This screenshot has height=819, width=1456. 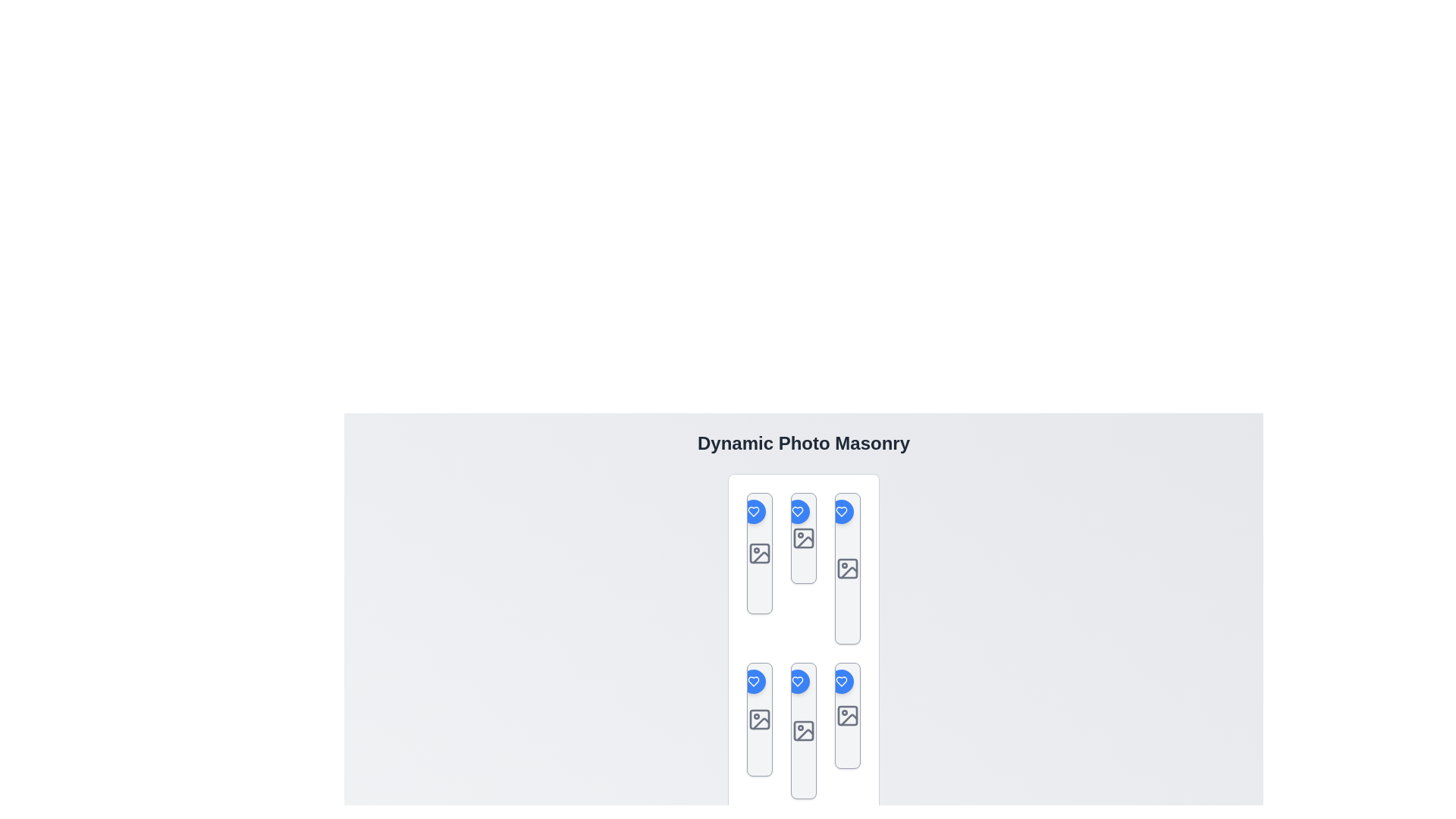 I want to click on the heart icon located at the top-right corner of the individual card in the Dynamic Photo Masonry layout, so click(x=840, y=680).